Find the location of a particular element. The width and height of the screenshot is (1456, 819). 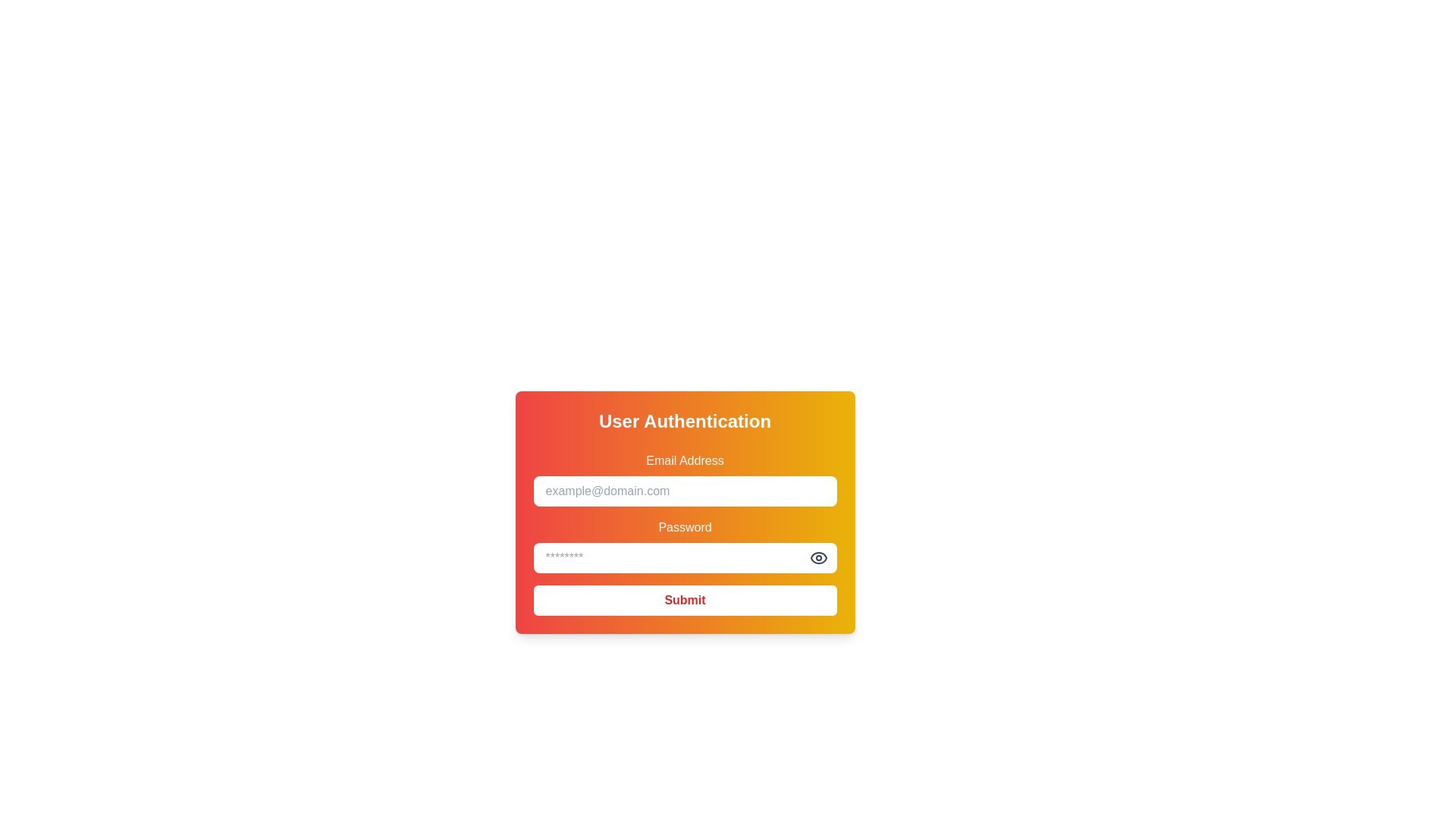

the second label in the form that indicates the purpose of the adjacent password input box for potential additional information is located at coordinates (684, 526).